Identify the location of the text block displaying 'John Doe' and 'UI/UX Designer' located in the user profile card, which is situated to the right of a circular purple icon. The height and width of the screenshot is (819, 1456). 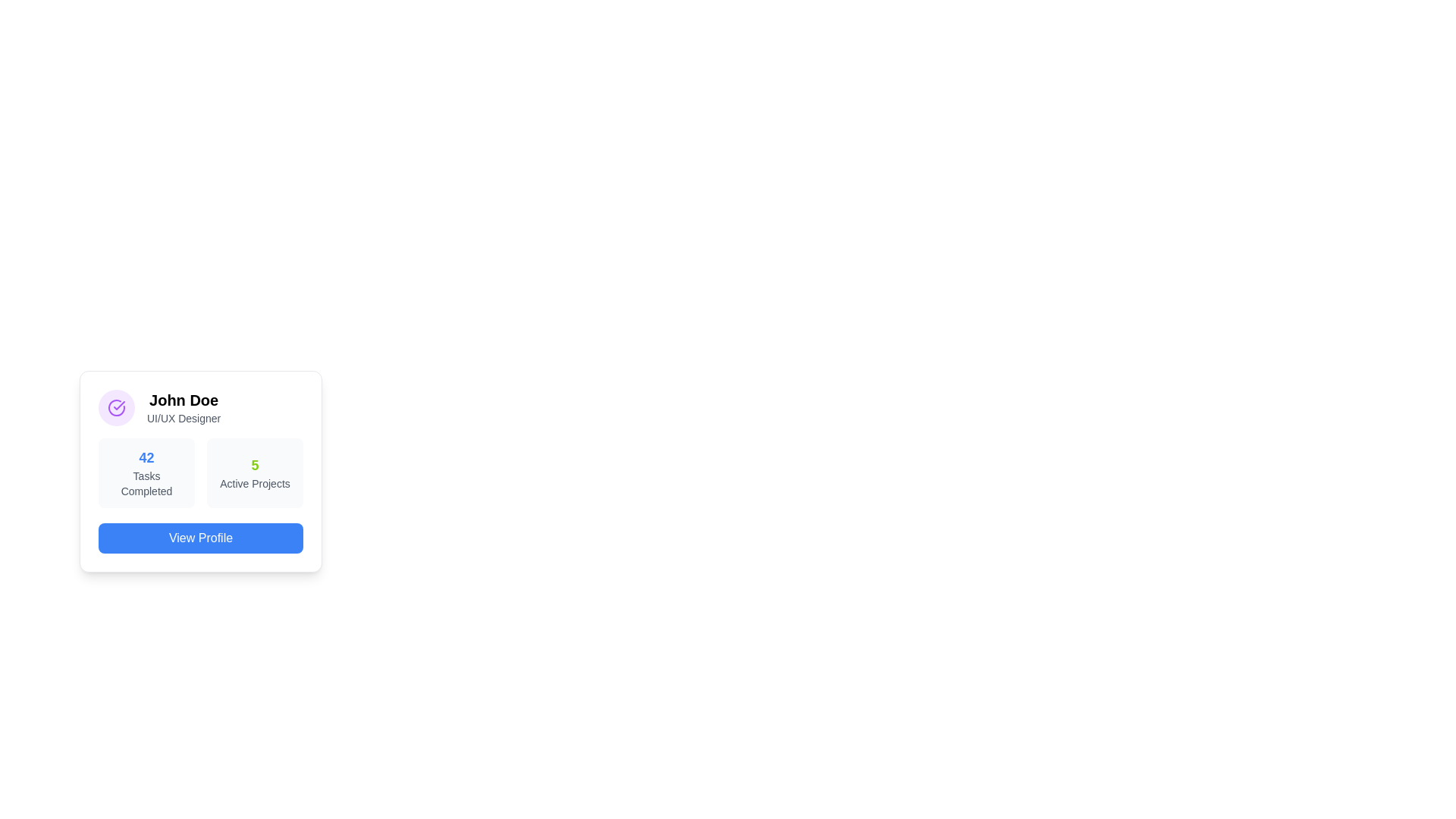
(183, 406).